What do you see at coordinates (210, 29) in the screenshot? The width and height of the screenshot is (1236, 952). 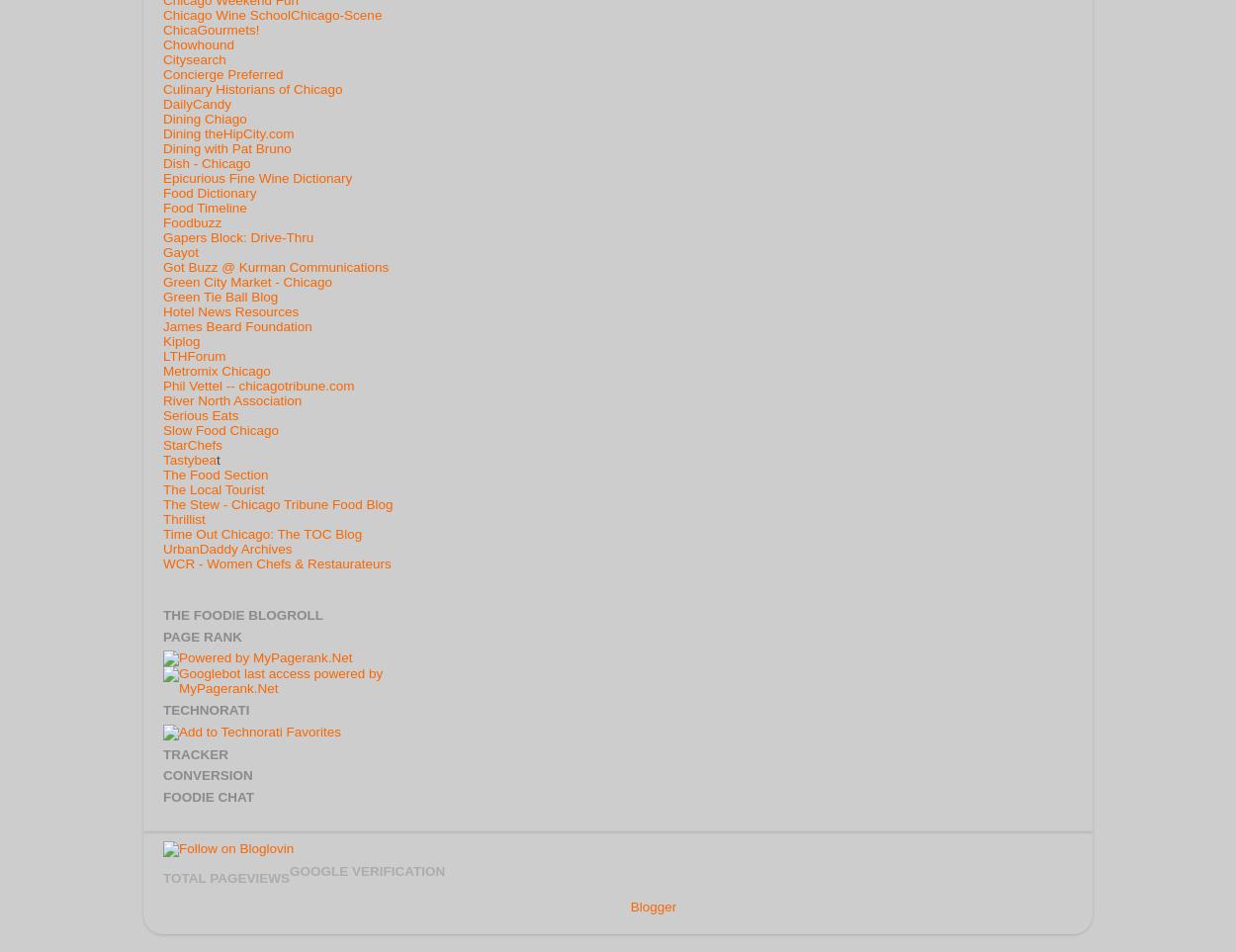 I see `'ChicaGourmets!'` at bounding box center [210, 29].